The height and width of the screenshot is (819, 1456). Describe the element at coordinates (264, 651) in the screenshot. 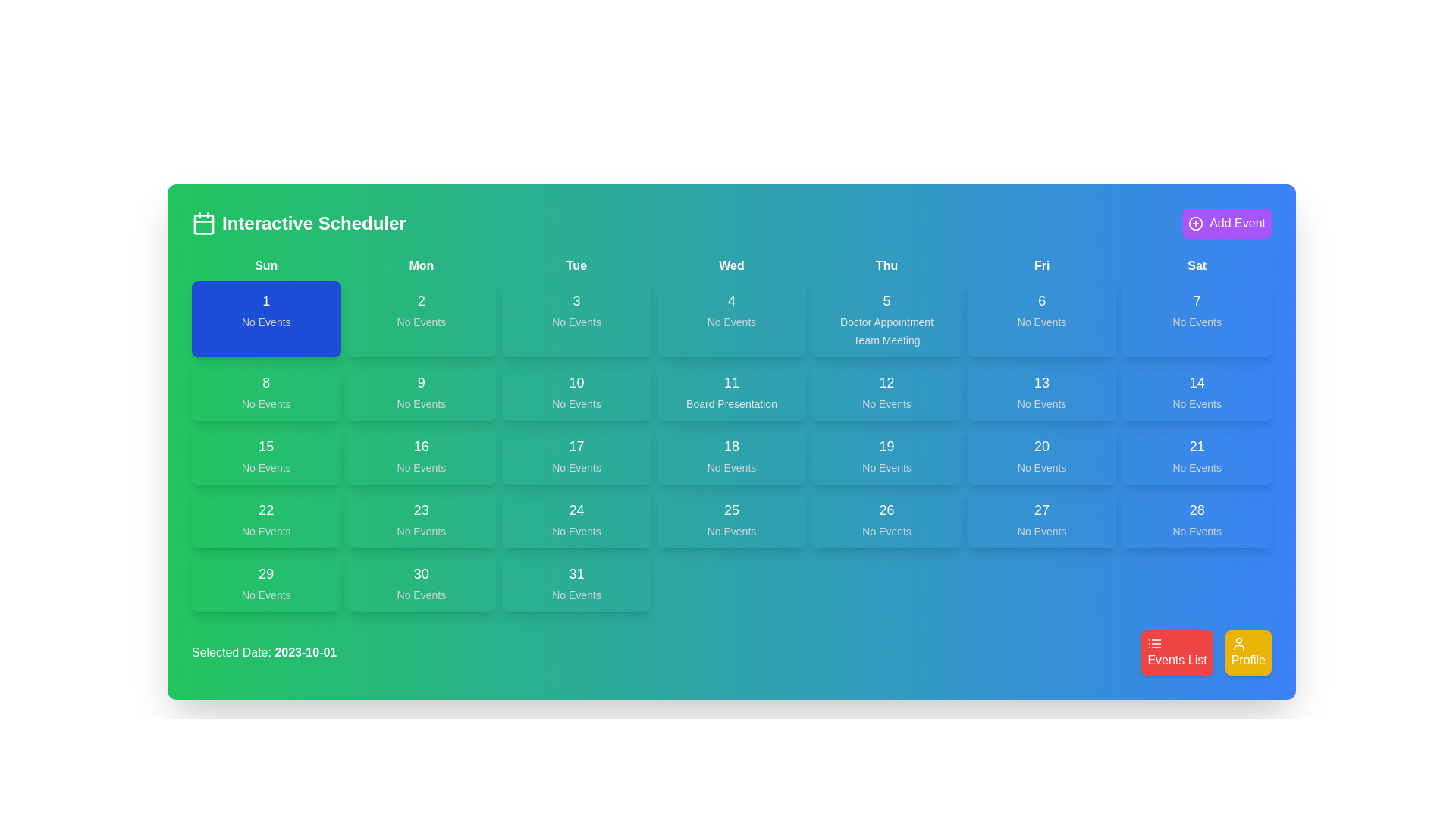

I see `the Text Label displaying the currently selected date in the calendar interface, located at the bottom-left corner of the interface` at that location.